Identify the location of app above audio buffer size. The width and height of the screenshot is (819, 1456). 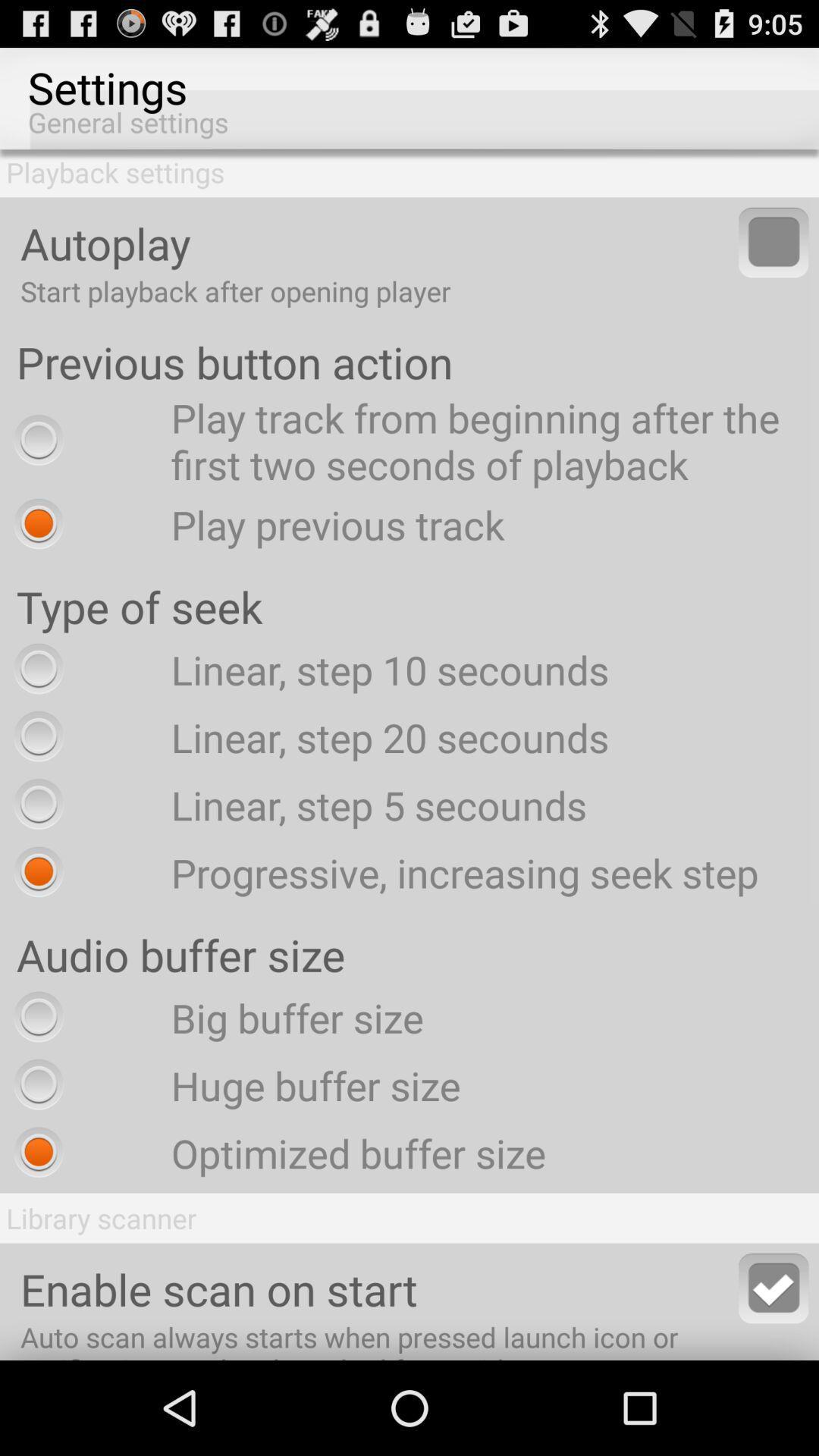
(381, 872).